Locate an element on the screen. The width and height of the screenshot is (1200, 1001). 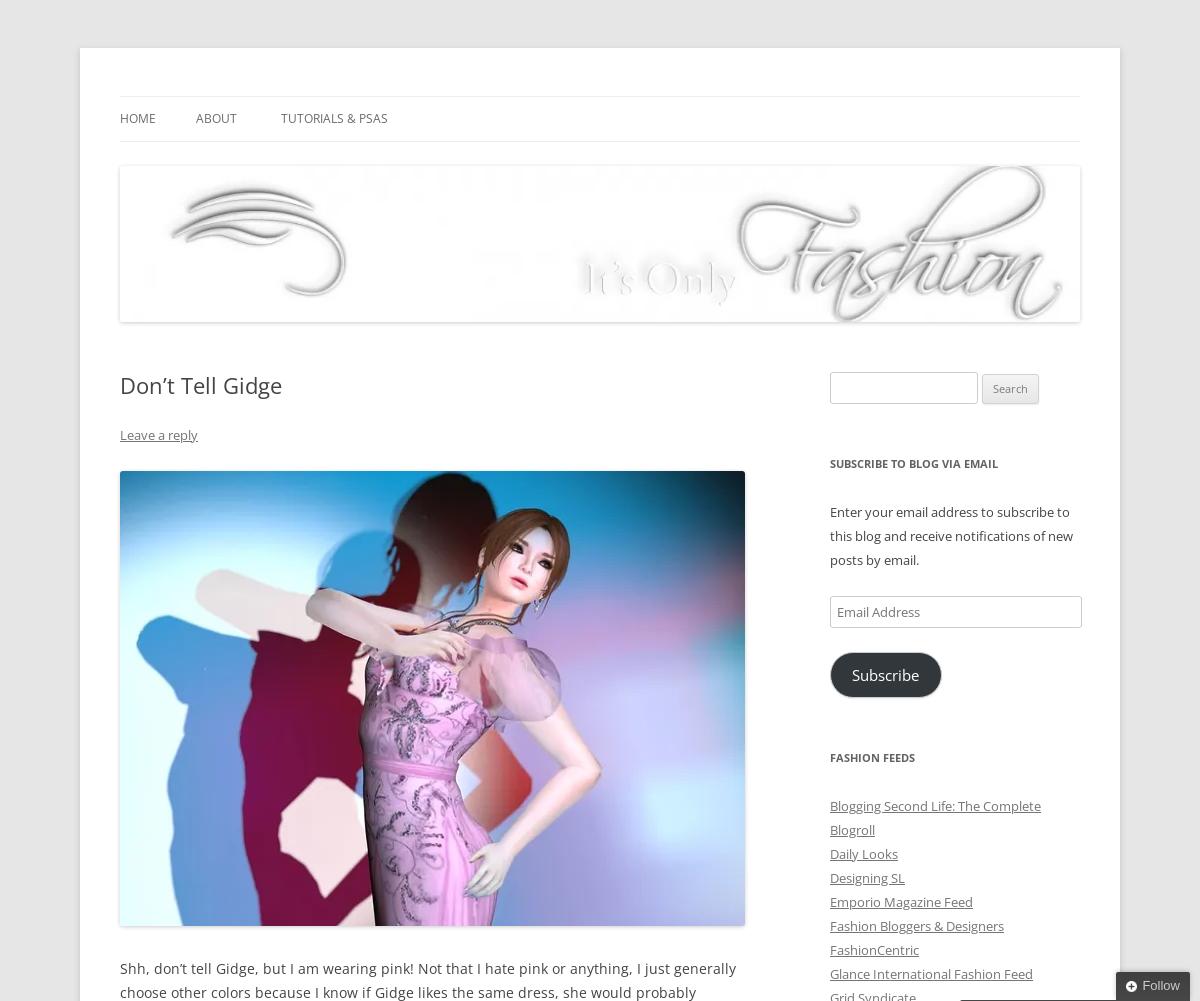
'Don’t Tell Gidge' is located at coordinates (200, 383).